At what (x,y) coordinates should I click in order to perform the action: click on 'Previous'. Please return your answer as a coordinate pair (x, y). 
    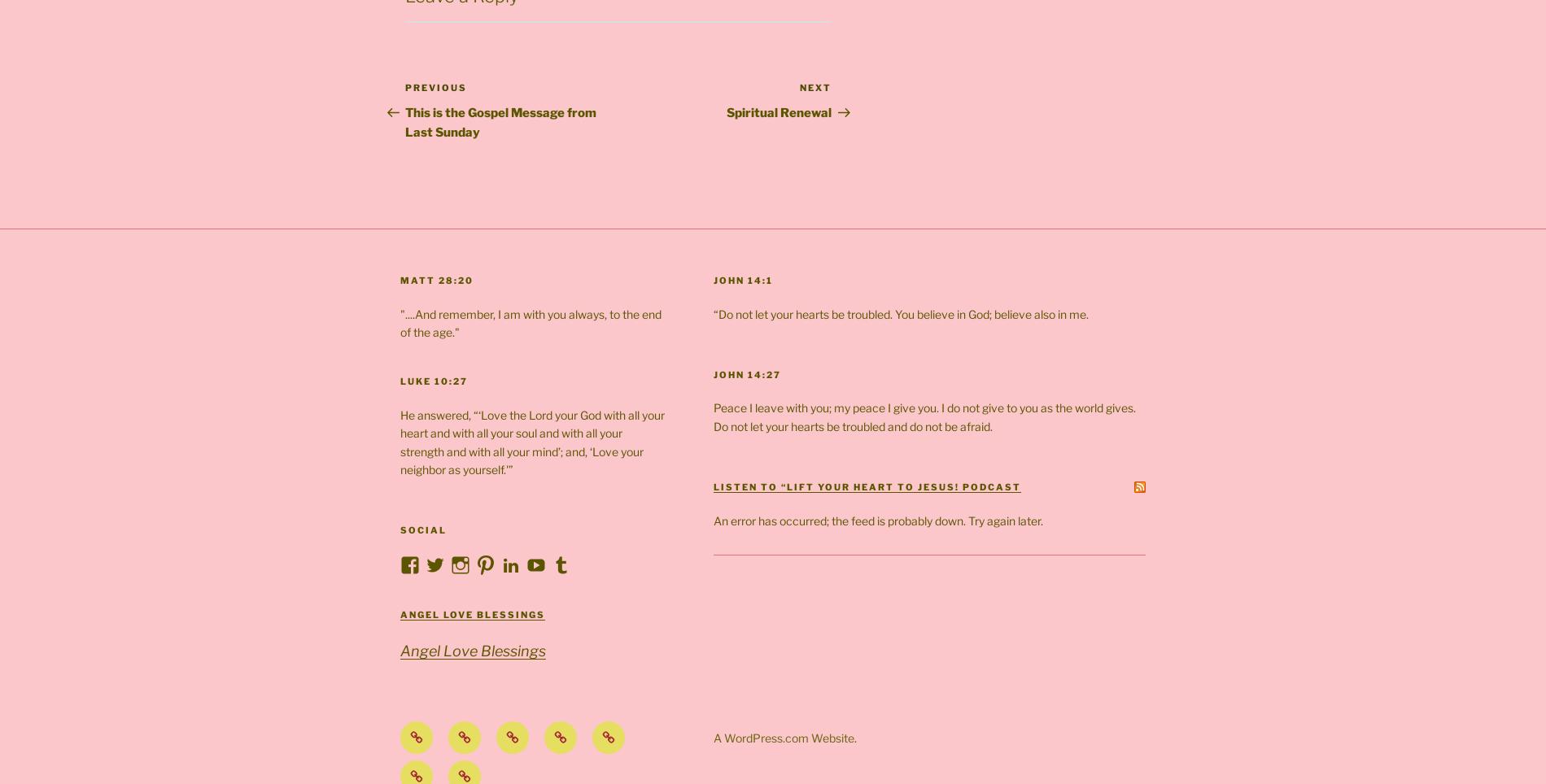
    Looking at the image, I should click on (435, 86).